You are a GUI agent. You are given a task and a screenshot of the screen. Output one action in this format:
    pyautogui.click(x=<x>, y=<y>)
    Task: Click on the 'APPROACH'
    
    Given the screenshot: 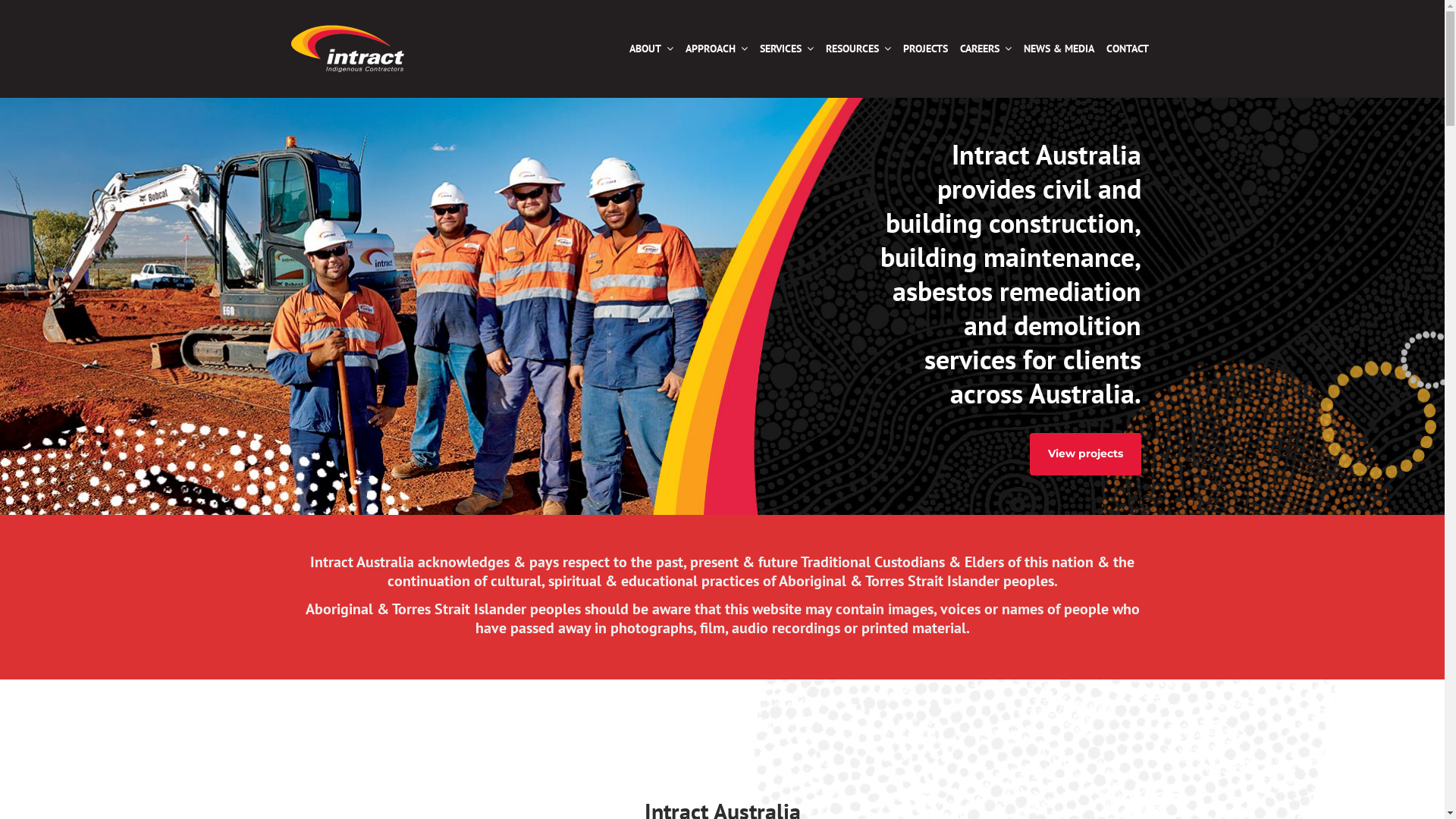 What is the action you would take?
    pyautogui.click(x=716, y=48)
    